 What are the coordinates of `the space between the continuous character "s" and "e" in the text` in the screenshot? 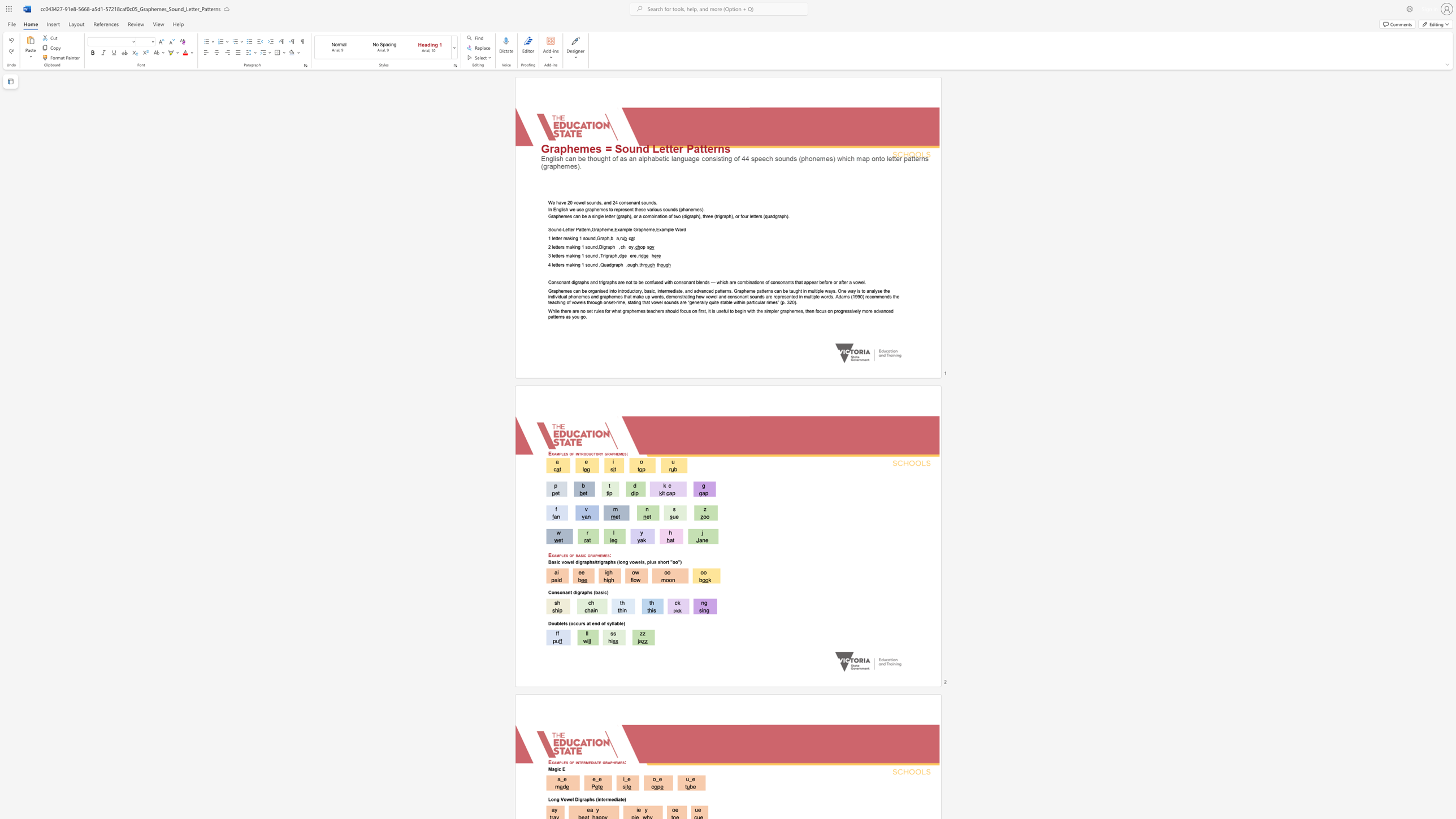 It's located at (658, 281).